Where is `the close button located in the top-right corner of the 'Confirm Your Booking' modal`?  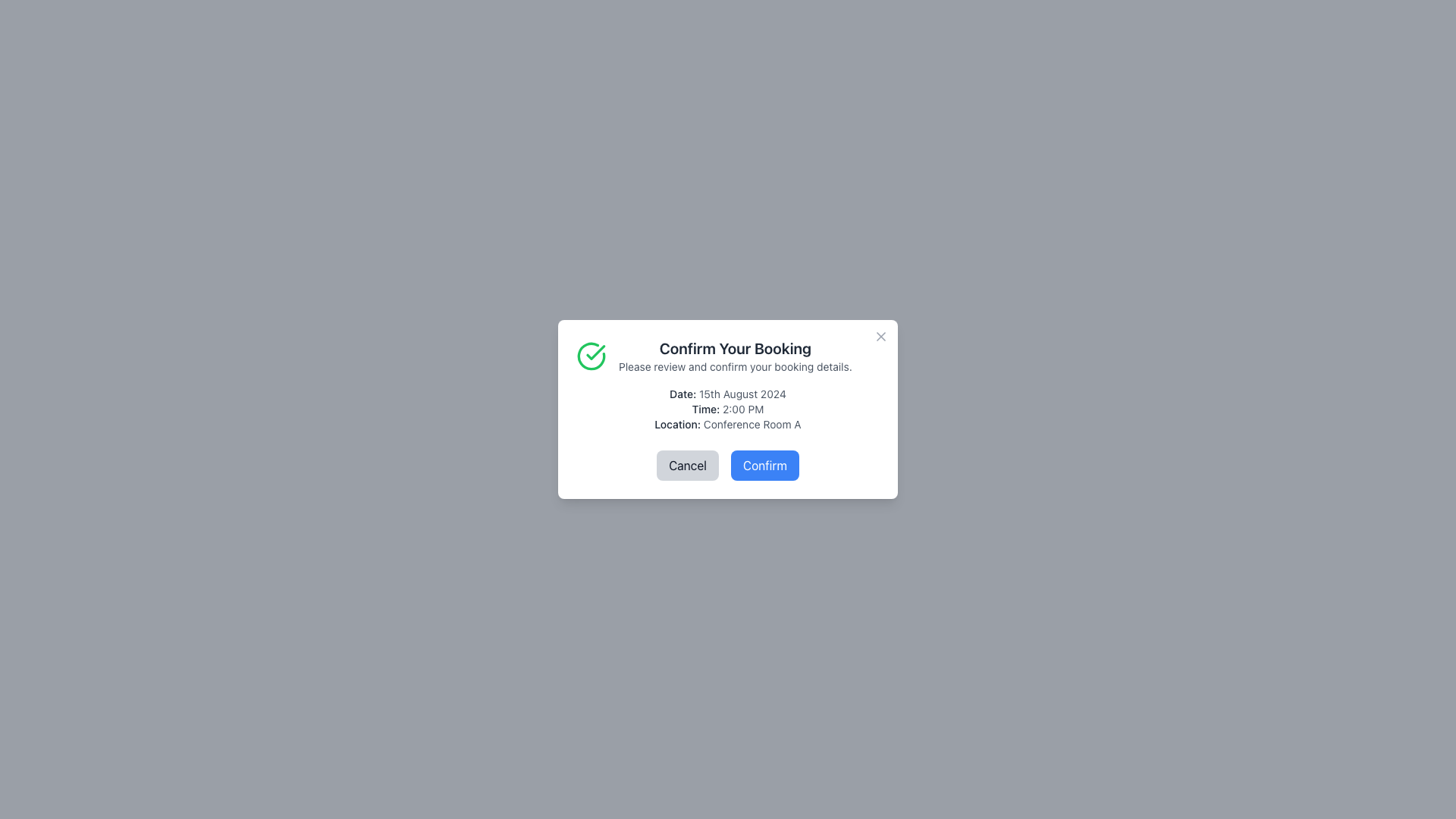
the close button located in the top-right corner of the 'Confirm Your Booking' modal is located at coordinates (880, 335).